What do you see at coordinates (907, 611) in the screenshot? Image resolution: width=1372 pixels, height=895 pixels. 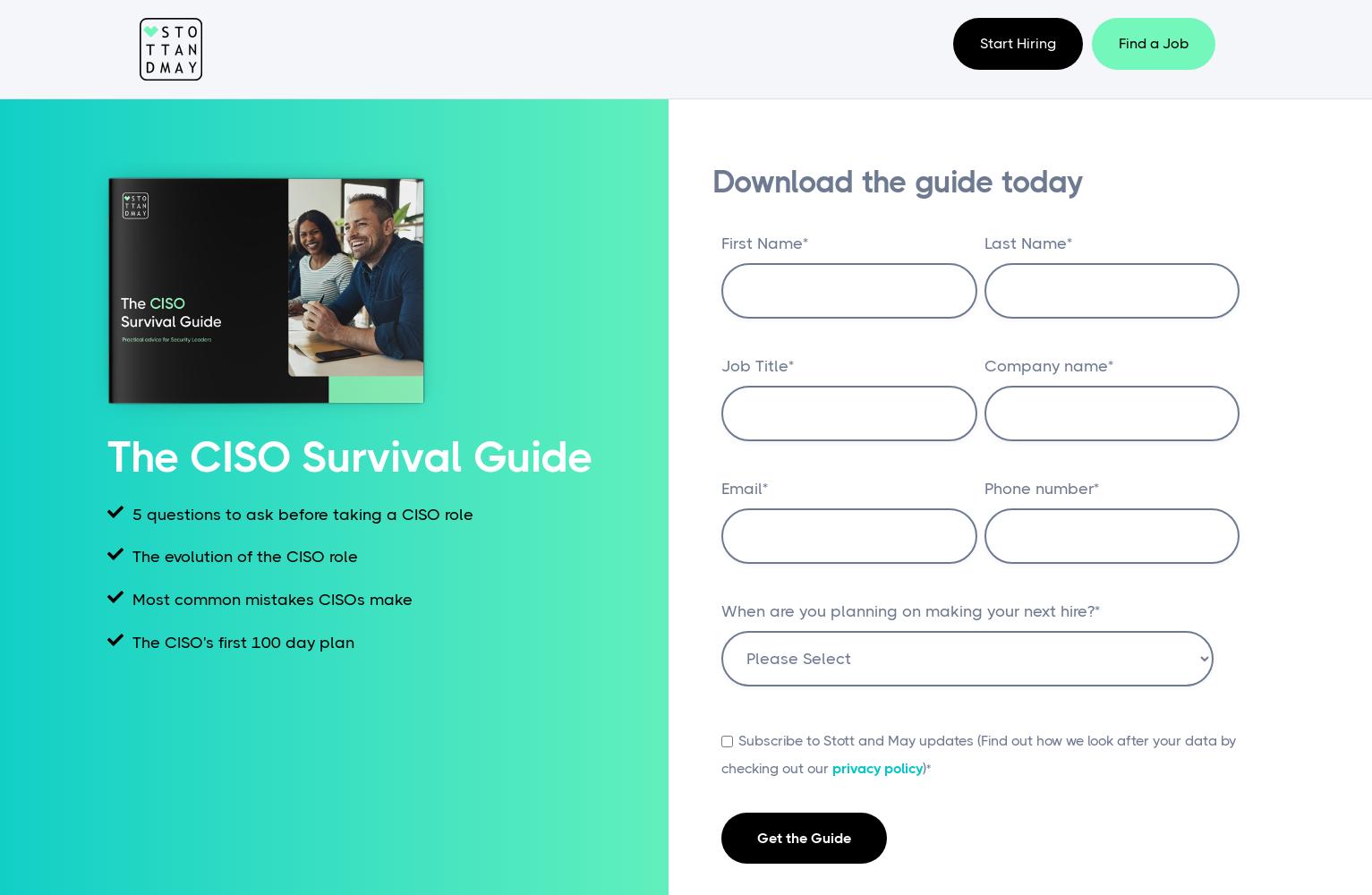 I see `'When are you planning on making your next hire?'` at bounding box center [907, 611].